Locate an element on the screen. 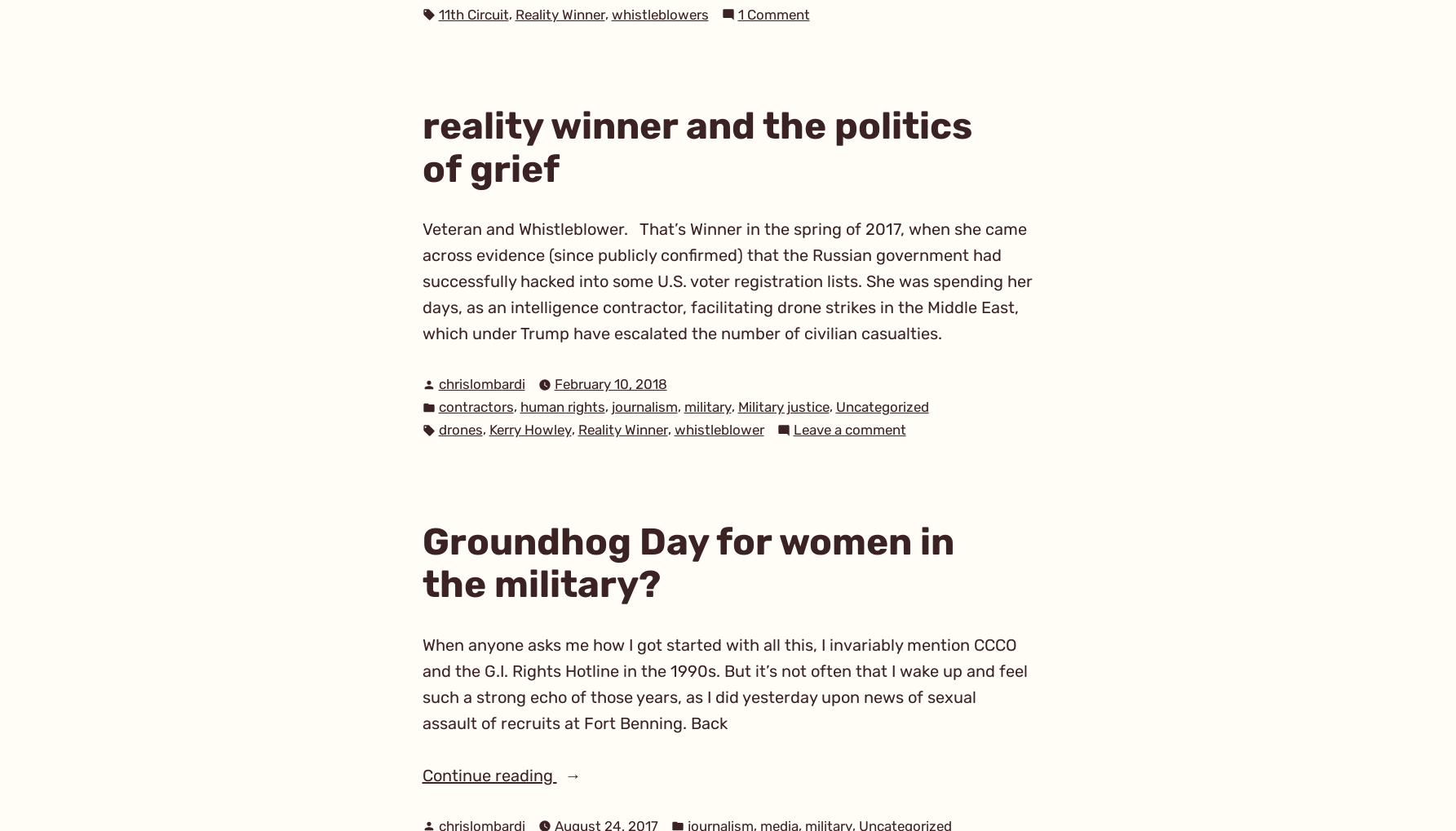 This screenshot has height=831, width=1456. 'reality winner and the politics of grief' is located at coordinates (696, 146).